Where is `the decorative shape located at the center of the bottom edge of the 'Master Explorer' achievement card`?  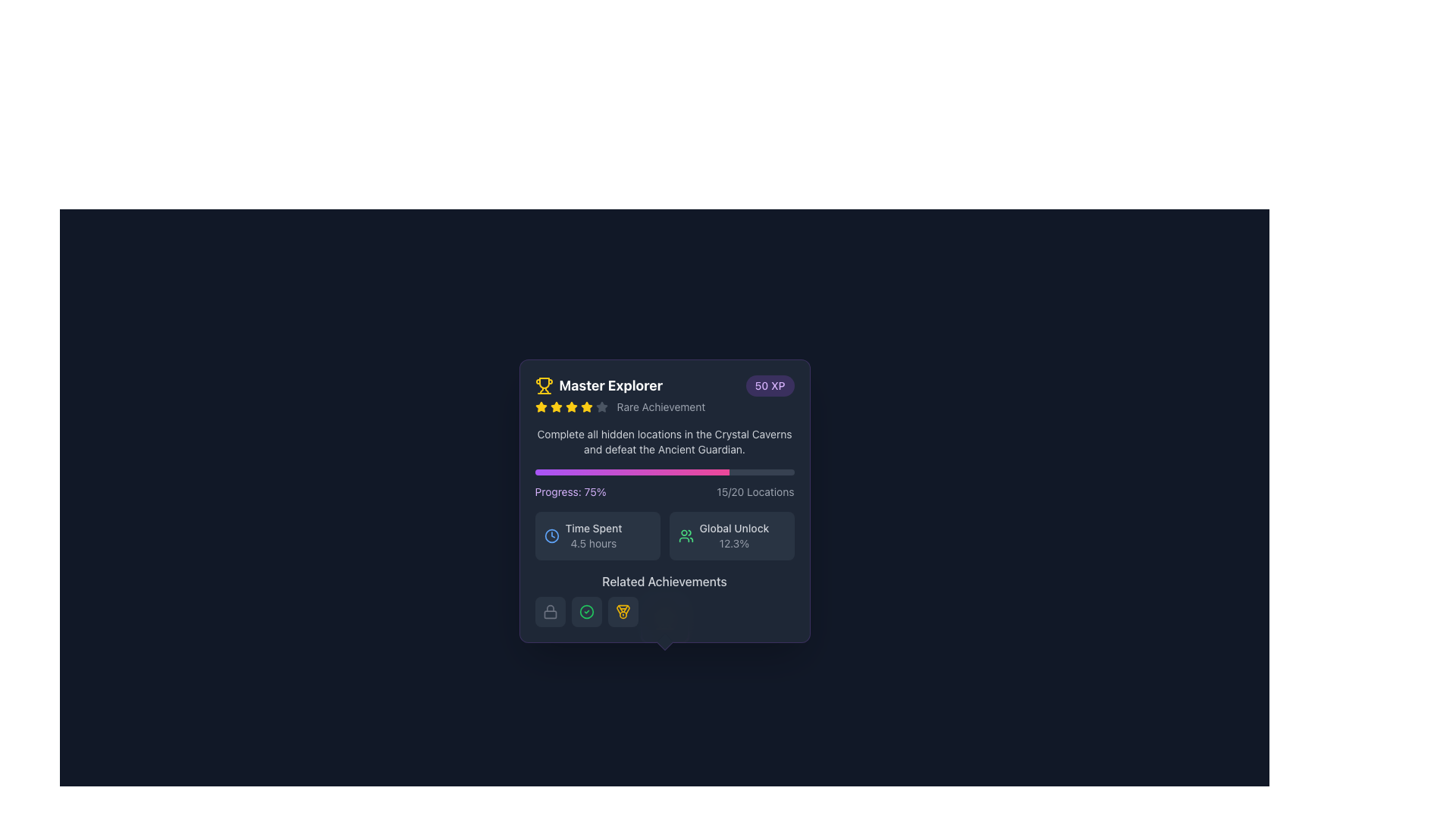 the decorative shape located at the center of the bottom edge of the 'Master Explorer' achievement card is located at coordinates (664, 642).